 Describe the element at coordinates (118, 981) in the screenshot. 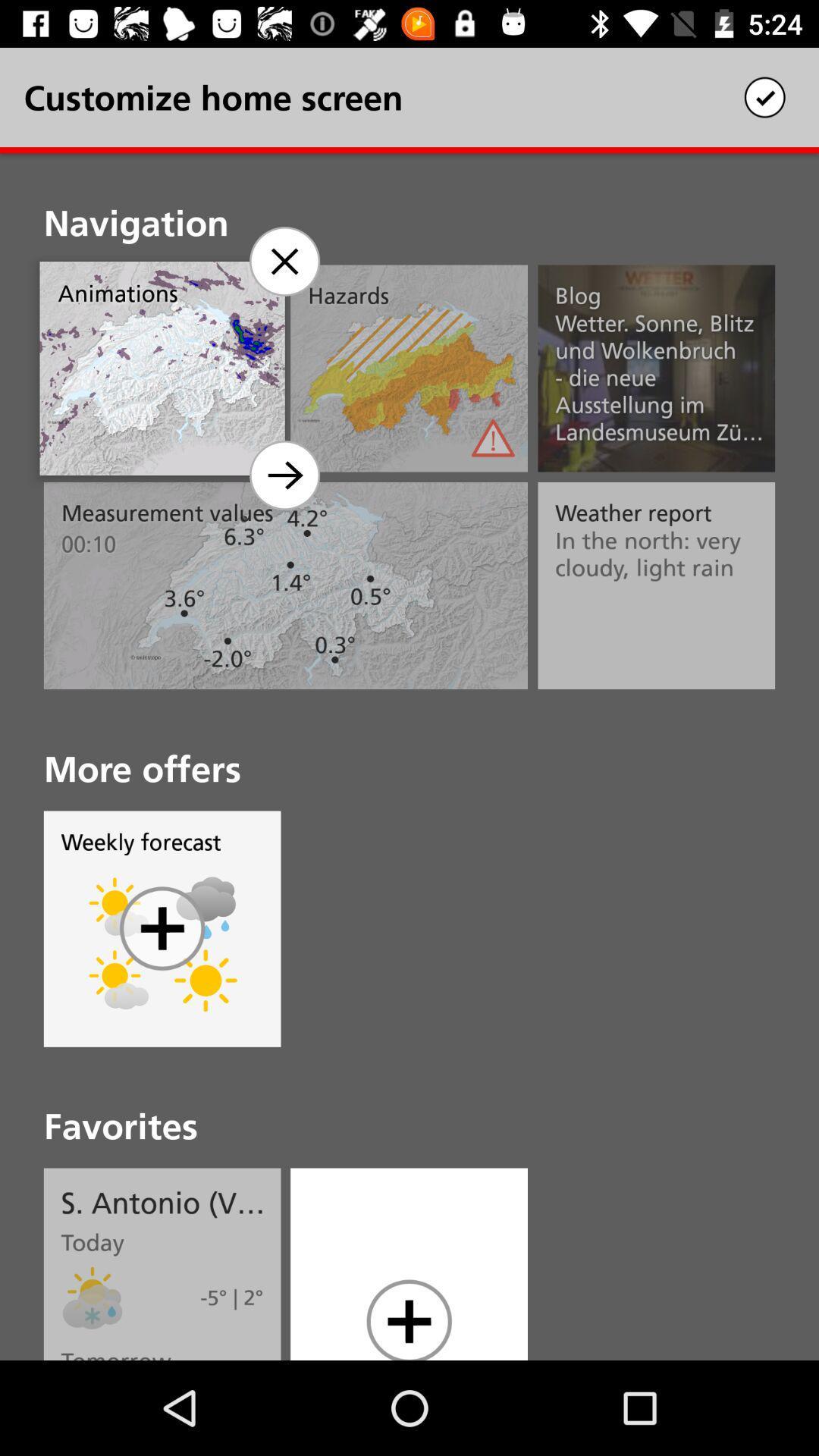

I see `the image below the  button on the web page` at that location.